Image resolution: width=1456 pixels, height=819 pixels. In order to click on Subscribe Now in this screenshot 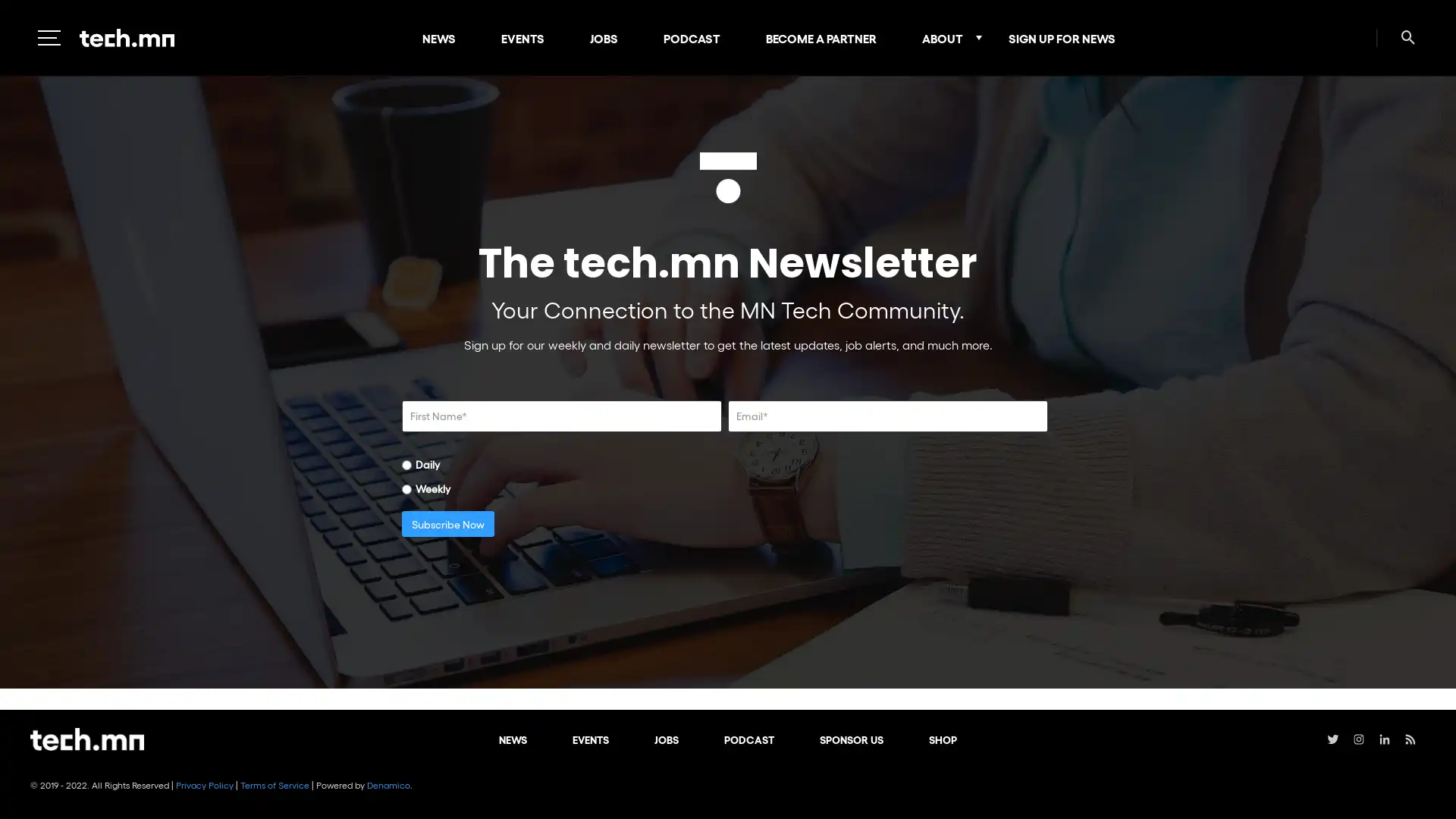, I will do `click(447, 522)`.